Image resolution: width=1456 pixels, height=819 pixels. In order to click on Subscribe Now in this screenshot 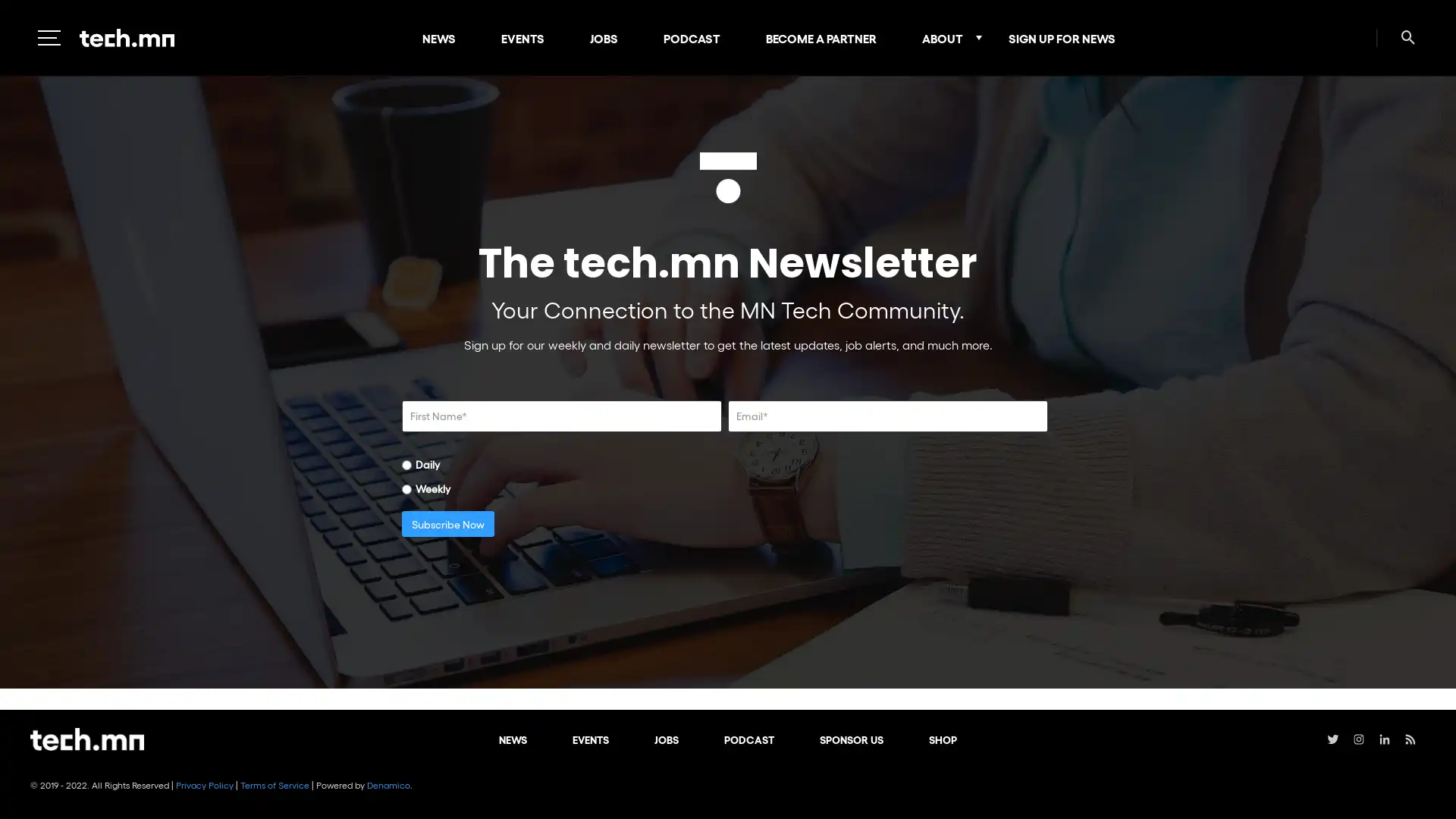, I will do `click(447, 522)`.